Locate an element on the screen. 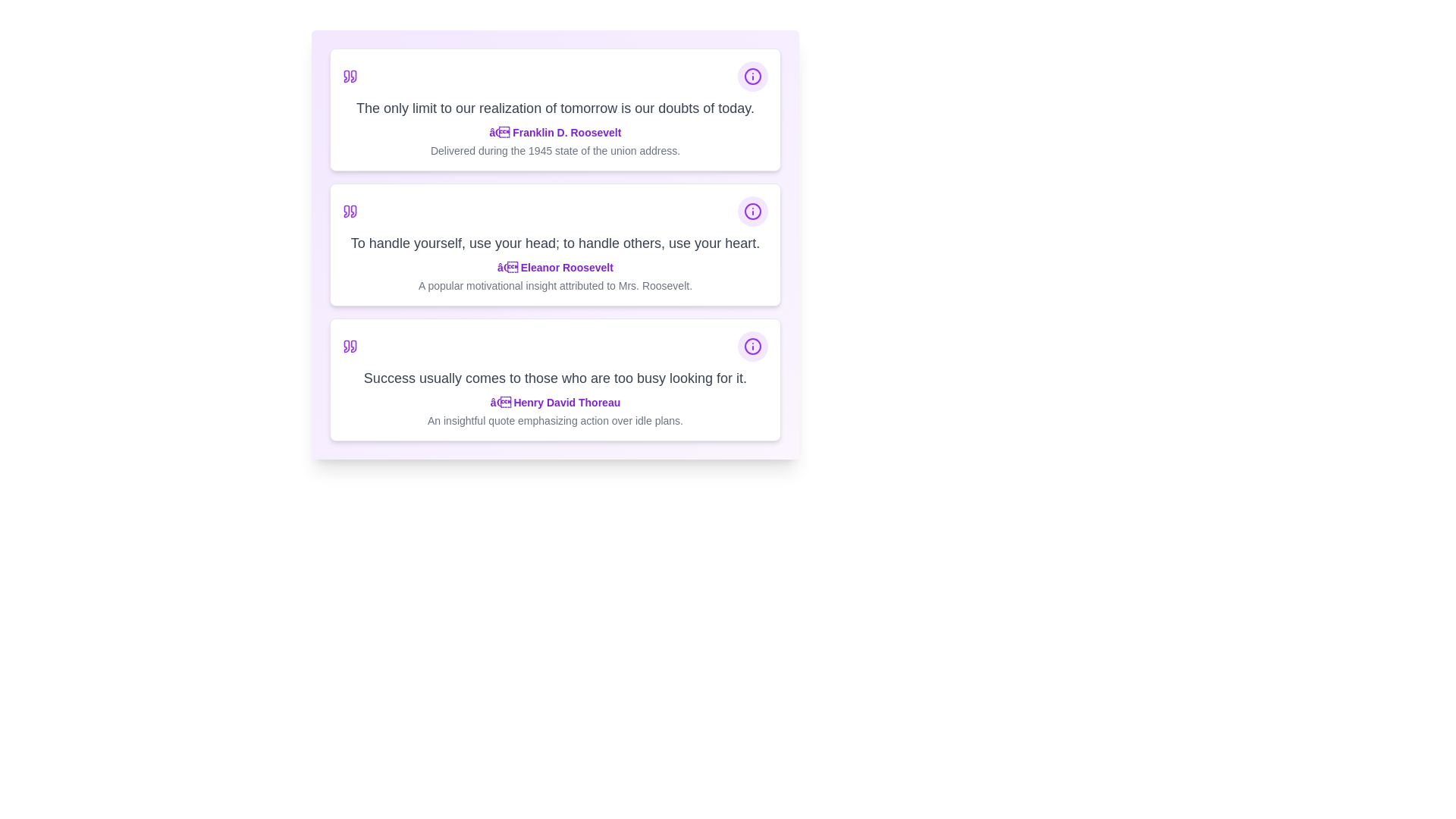  the button located at the right side of the second card to potentially display a tooltip is located at coordinates (753, 211).